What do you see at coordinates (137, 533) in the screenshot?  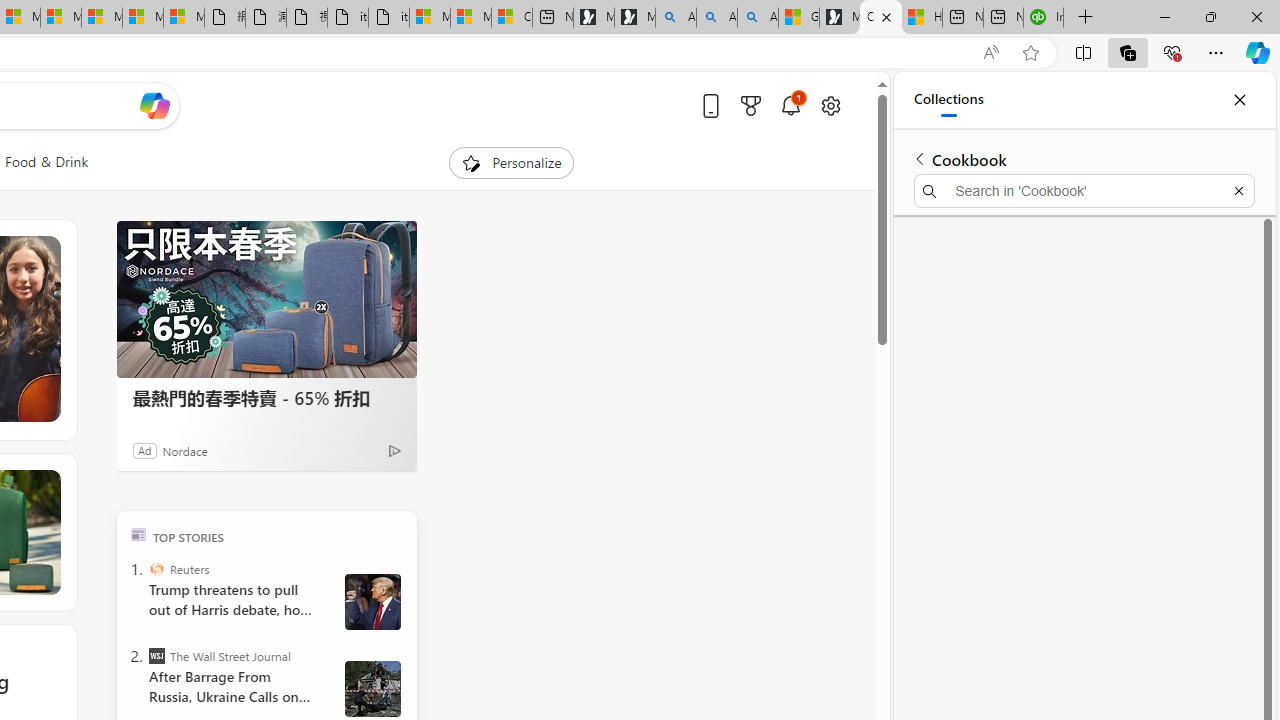 I see `'TOP'` at bounding box center [137, 533].